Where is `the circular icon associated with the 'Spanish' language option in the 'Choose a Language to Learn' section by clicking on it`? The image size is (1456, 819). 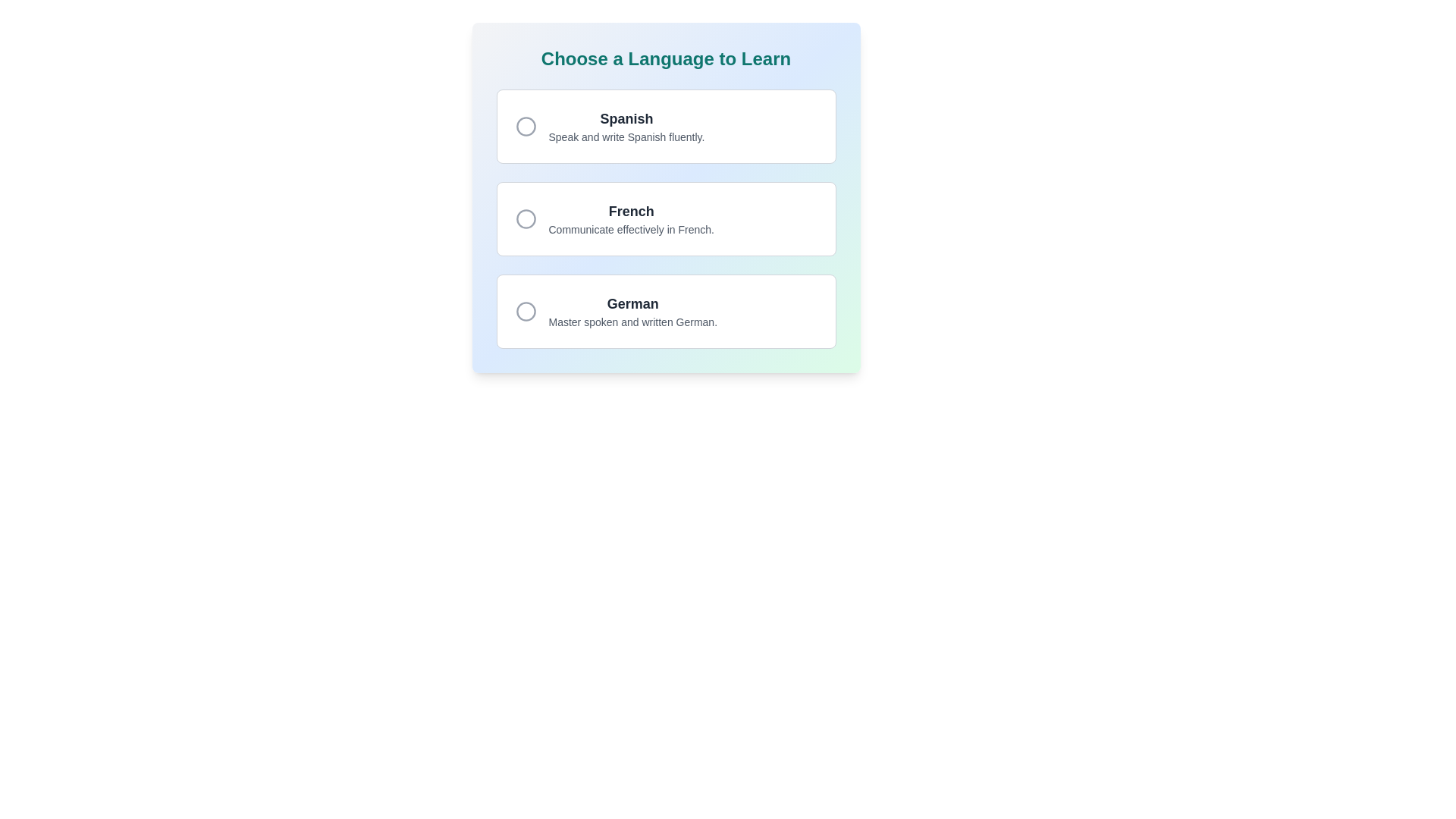 the circular icon associated with the 'Spanish' language option in the 'Choose a Language to Learn' section by clicking on it is located at coordinates (526, 125).